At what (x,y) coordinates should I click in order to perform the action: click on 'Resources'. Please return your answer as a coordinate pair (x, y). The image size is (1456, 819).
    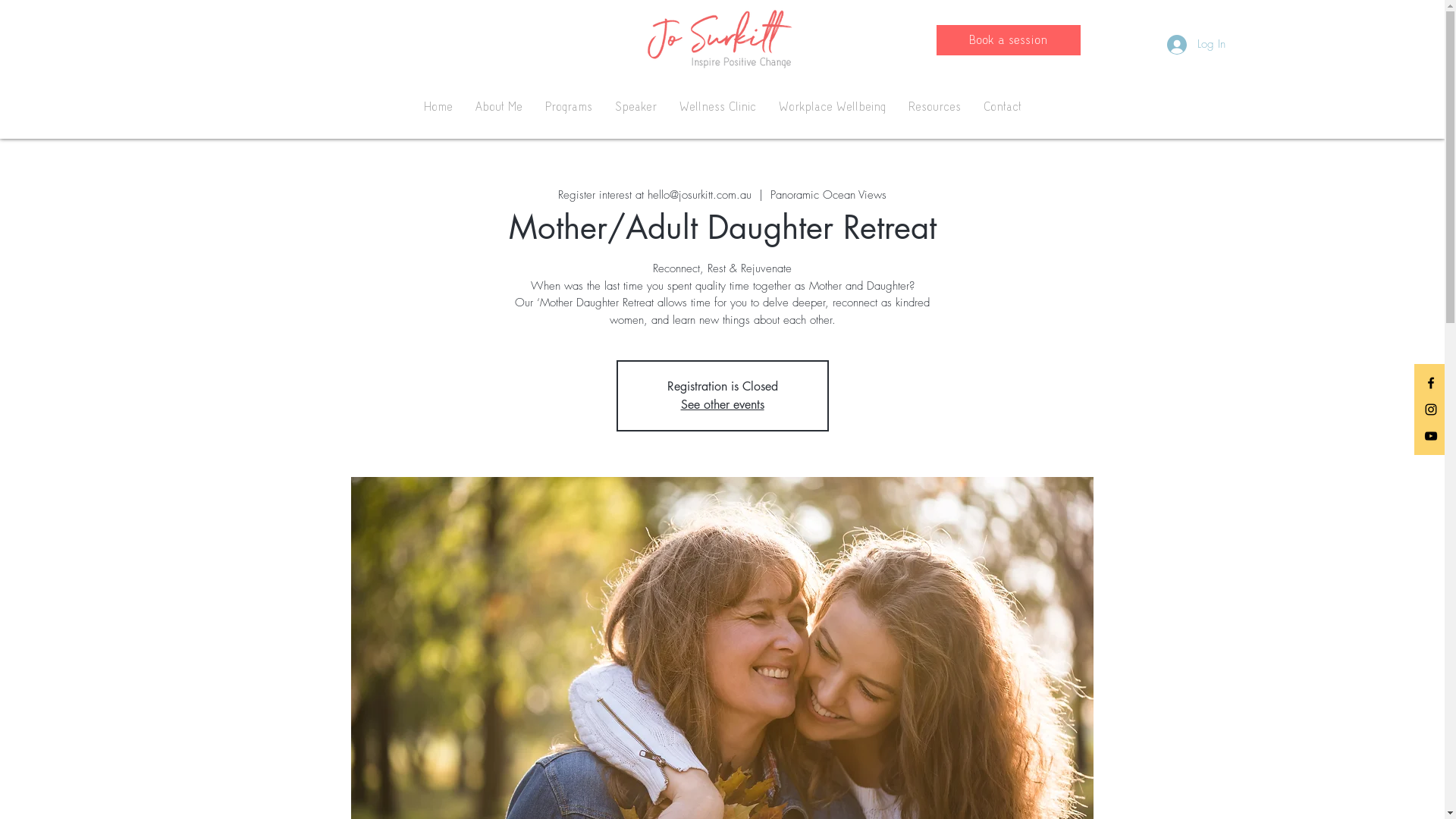
    Looking at the image, I should click on (896, 106).